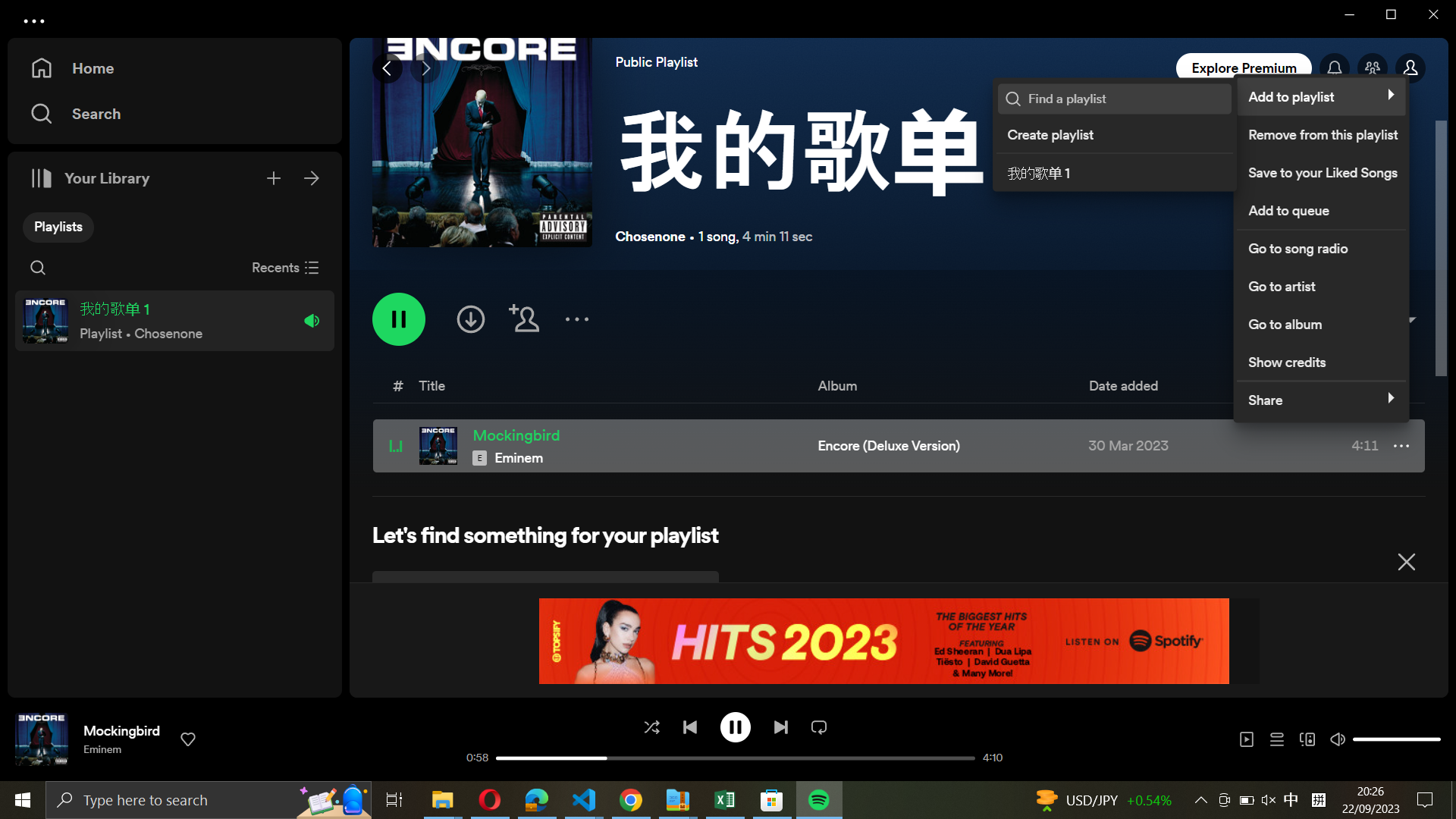 The height and width of the screenshot is (819, 1456). What do you see at coordinates (1113, 131) in the screenshot?
I see `a fresh playlist named "post rock` at bounding box center [1113, 131].